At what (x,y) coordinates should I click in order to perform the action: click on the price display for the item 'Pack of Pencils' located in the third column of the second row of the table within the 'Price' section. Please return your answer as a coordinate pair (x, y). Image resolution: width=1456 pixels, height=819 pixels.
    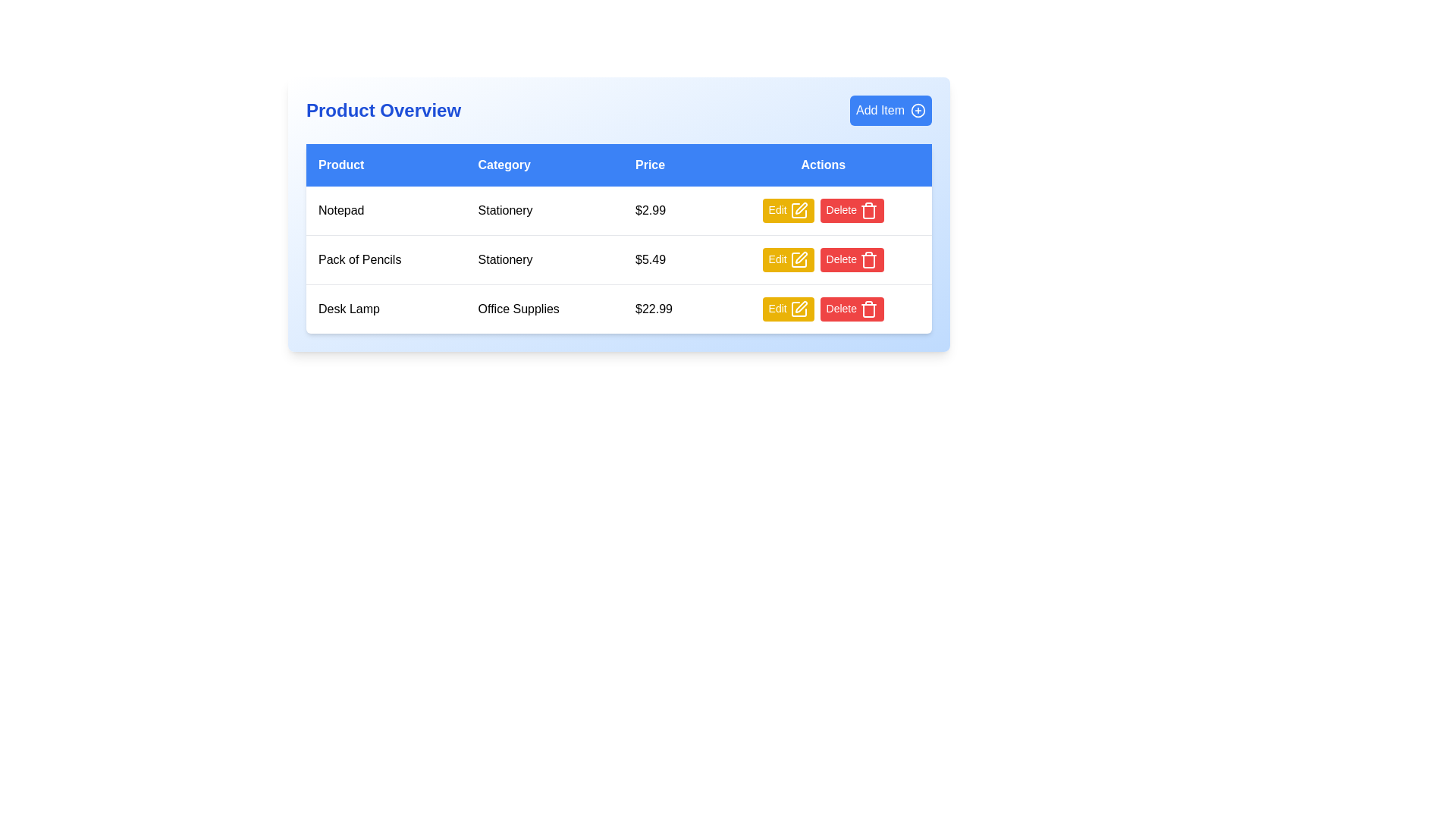
    Looking at the image, I should click on (668, 259).